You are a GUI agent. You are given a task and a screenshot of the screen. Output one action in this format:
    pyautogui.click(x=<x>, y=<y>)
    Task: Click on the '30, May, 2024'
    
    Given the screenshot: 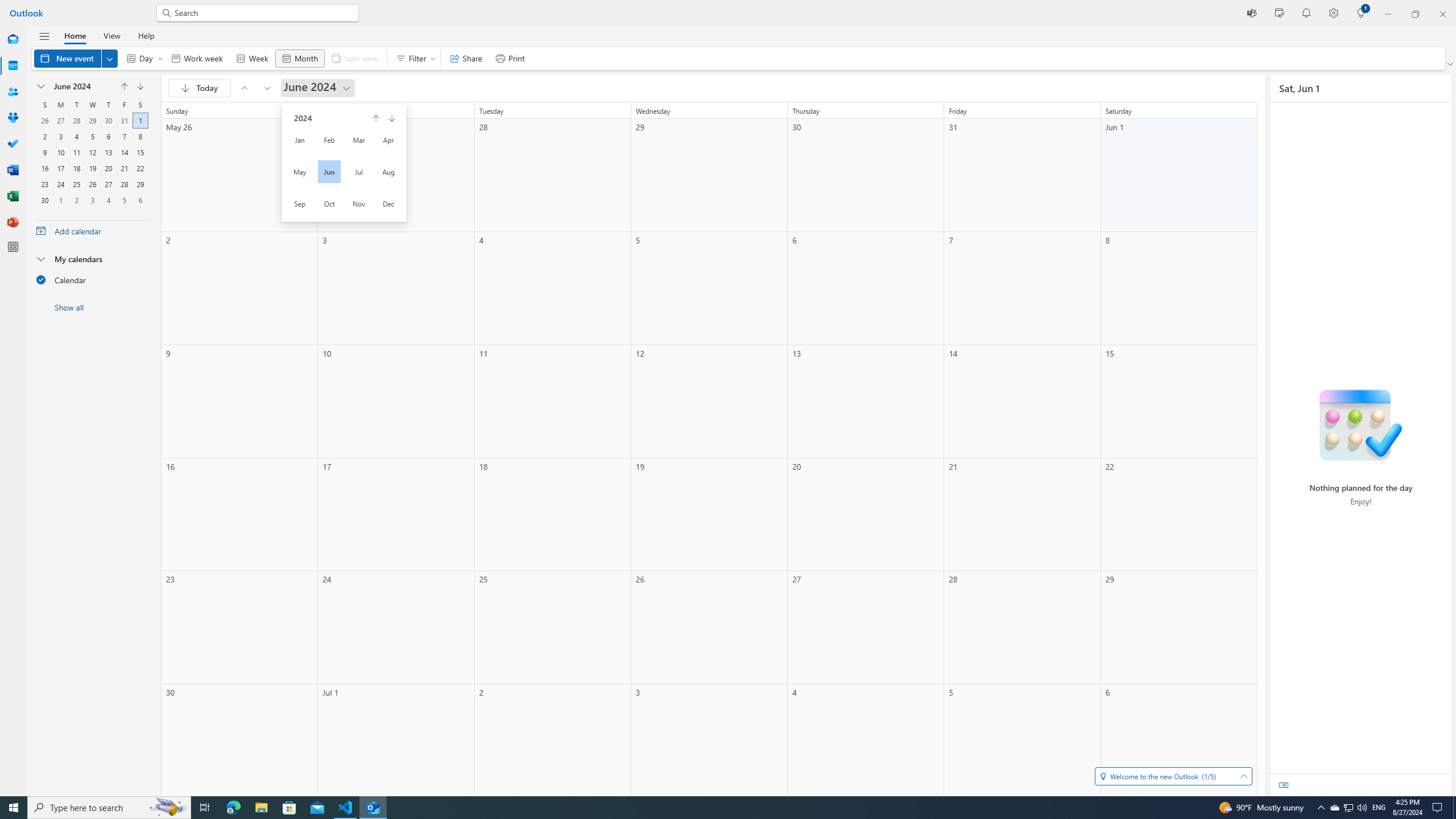 What is the action you would take?
    pyautogui.click(x=107, y=119)
    